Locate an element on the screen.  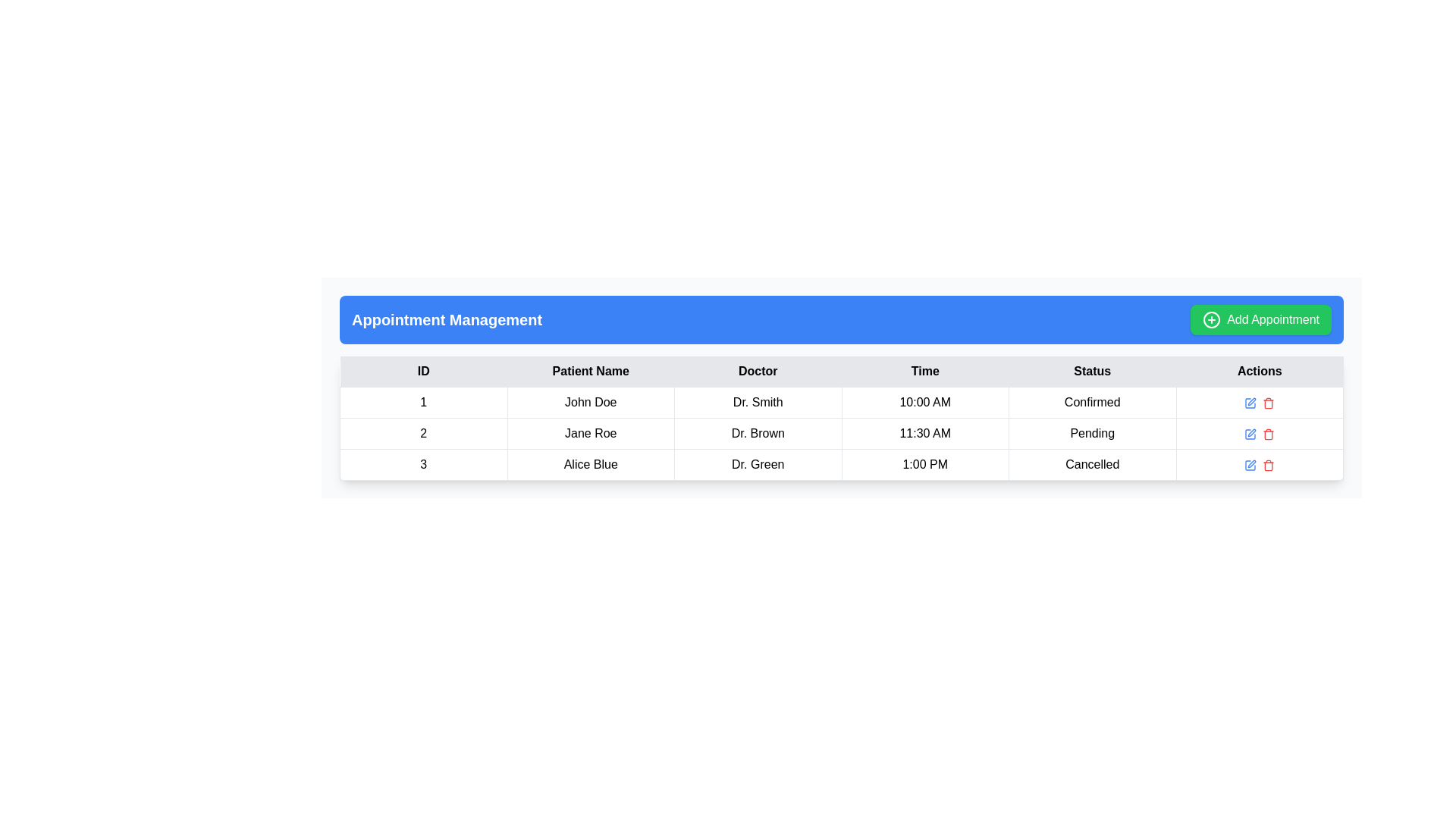
the Text label that serves as a column header for patient names in the appointments table, positioned between the 'ID' and 'Doctor' columns is located at coordinates (590, 372).